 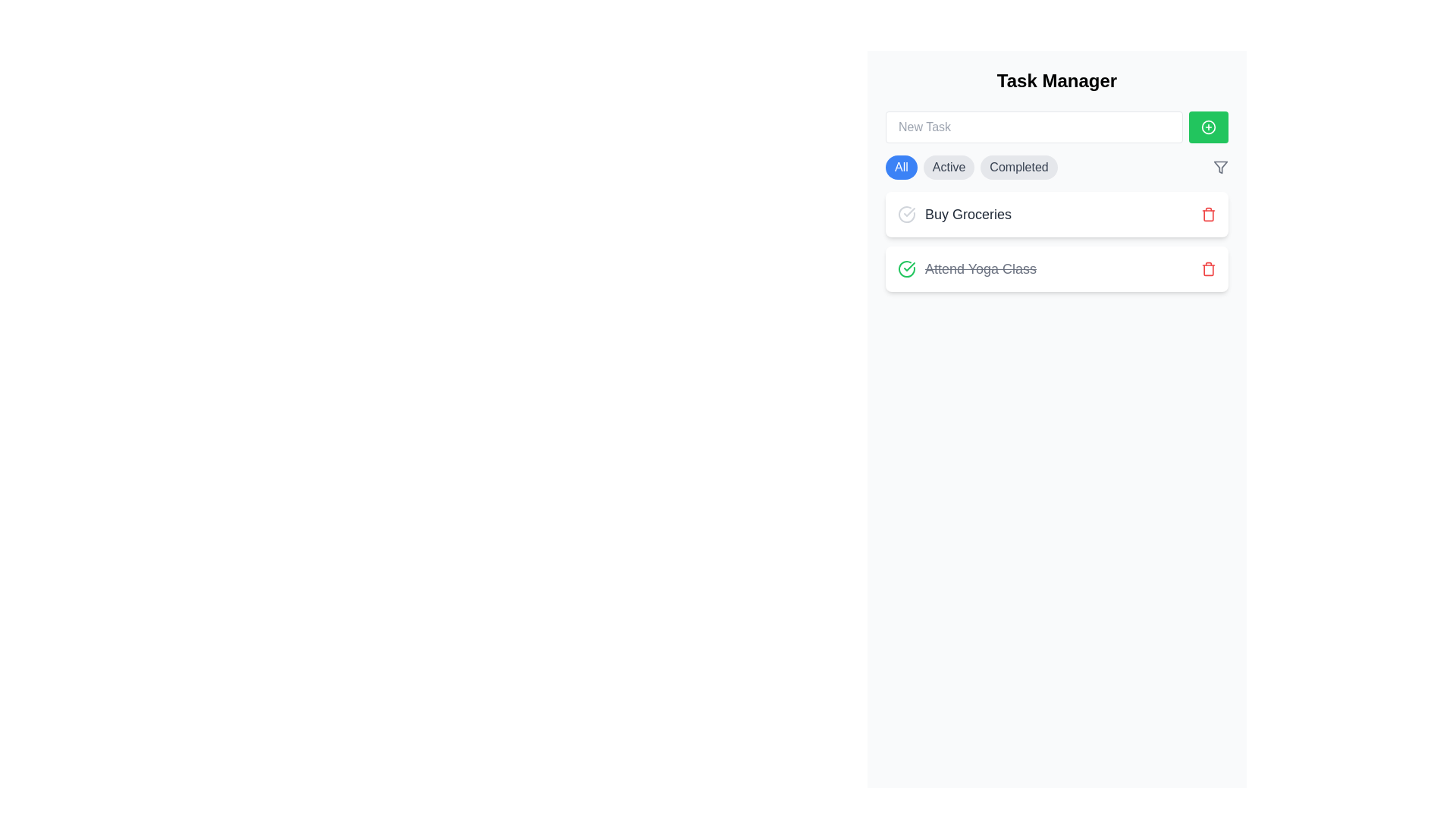 I want to click on the filter icon located at the far right of the toolbar, so click(x=1220, y=167).